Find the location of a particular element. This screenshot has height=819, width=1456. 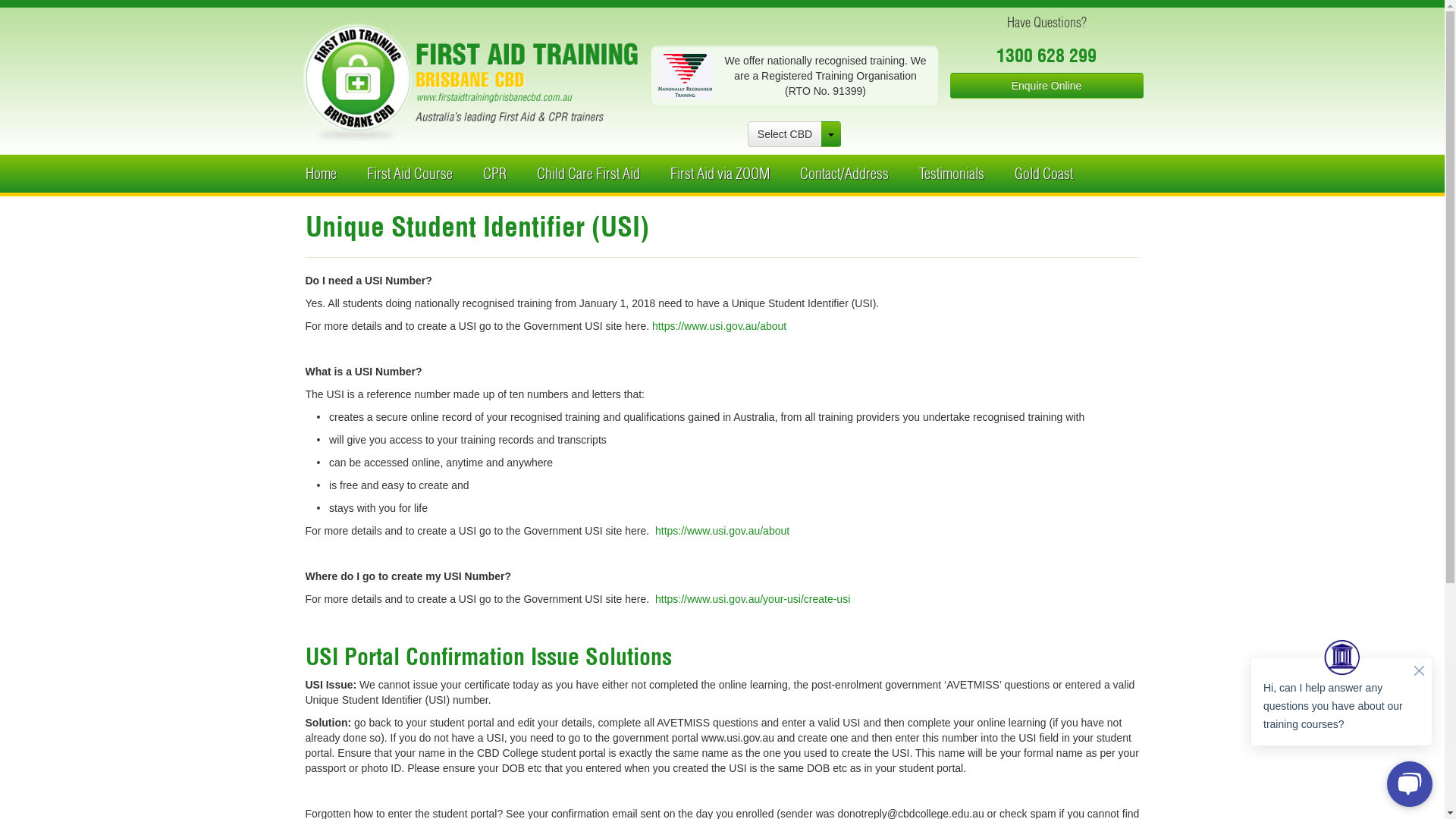

'First Aid via ZOOM' is located at coordinates (719, 172).